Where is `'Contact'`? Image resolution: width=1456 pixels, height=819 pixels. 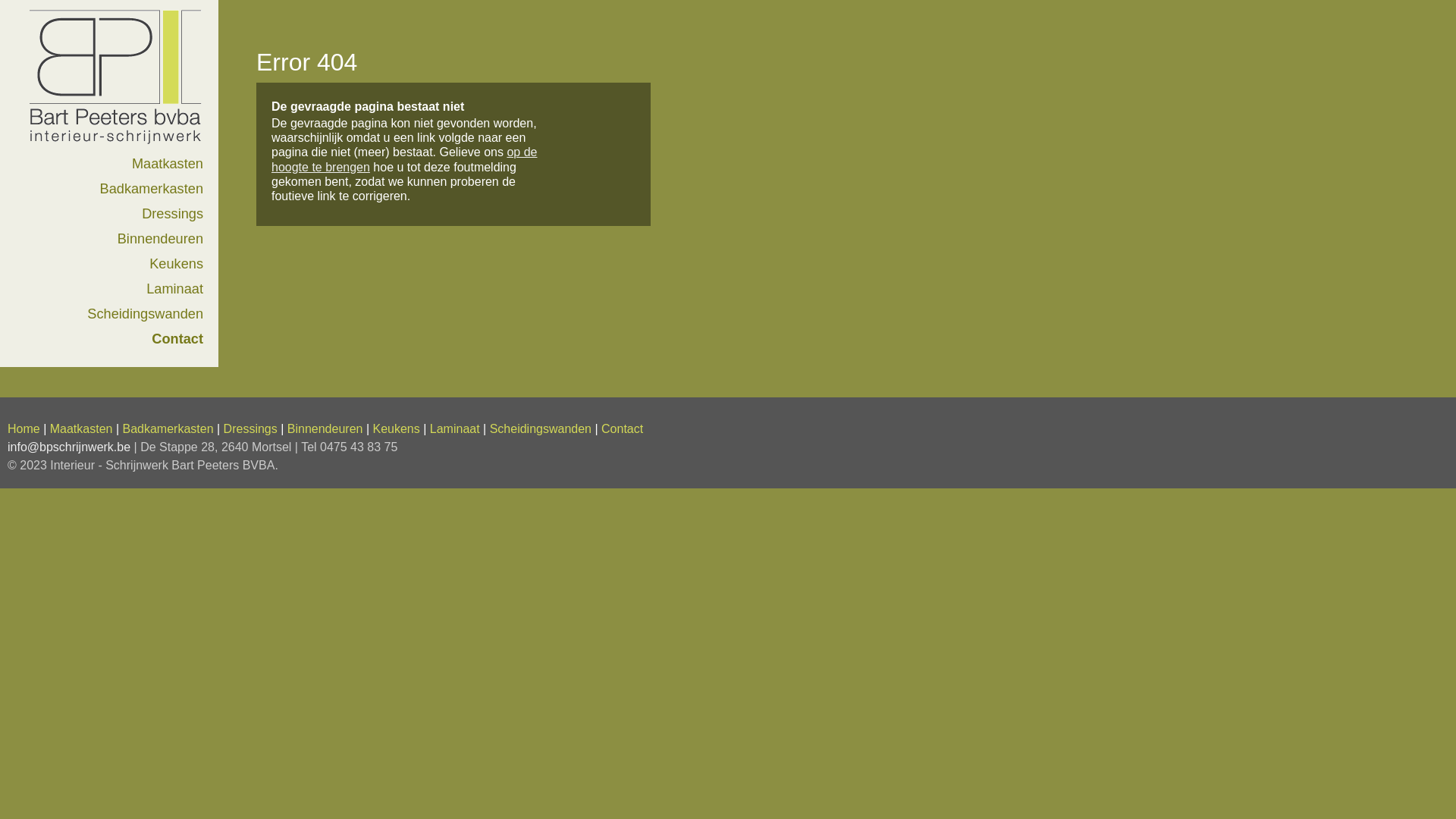
'Contact' is located at coordinates (177, 338).